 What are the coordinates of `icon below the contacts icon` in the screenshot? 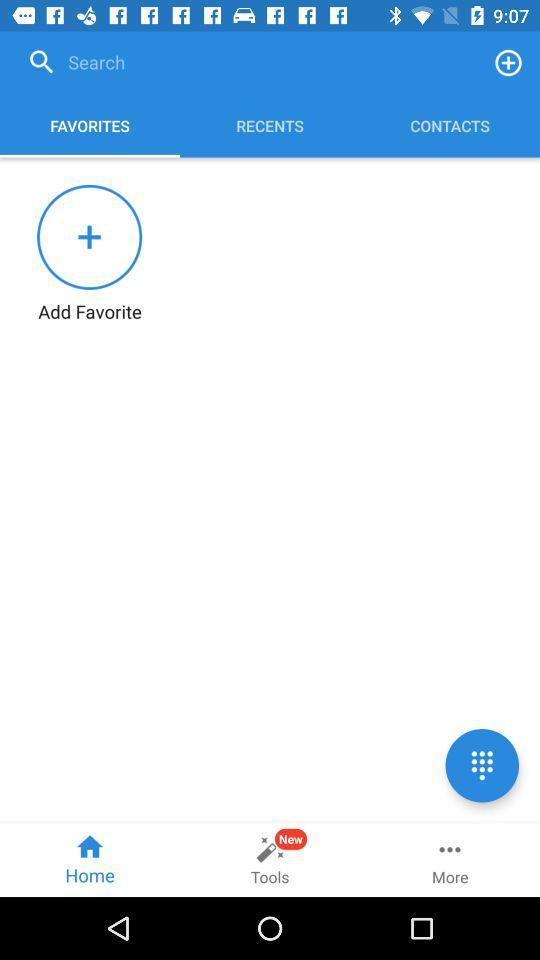 It's located at (481, 764).